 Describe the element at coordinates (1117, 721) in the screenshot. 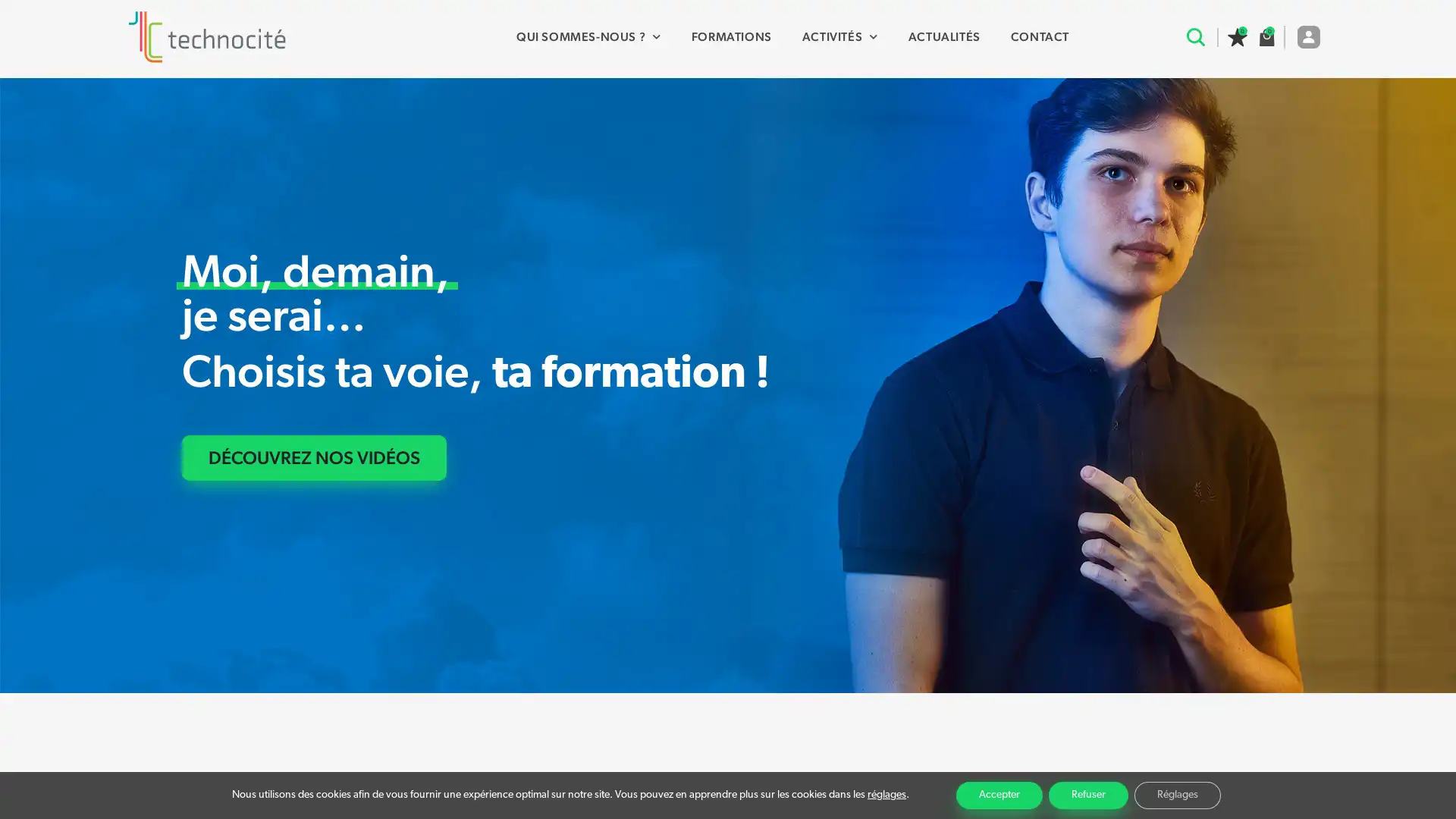

I see `Recherche avancee` at that location.